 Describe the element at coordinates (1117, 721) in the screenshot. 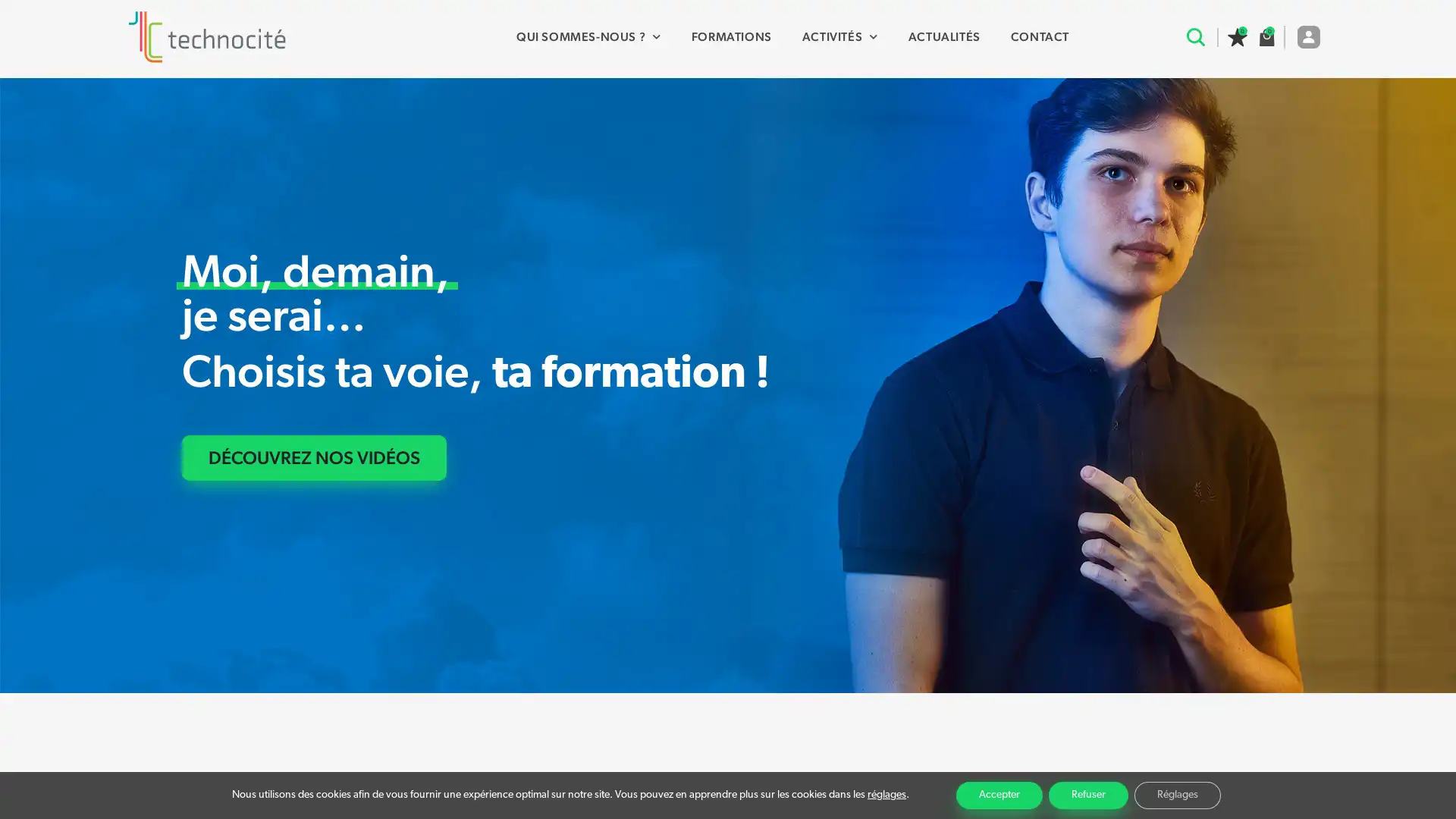

I see `Recherche avancee` at that location.